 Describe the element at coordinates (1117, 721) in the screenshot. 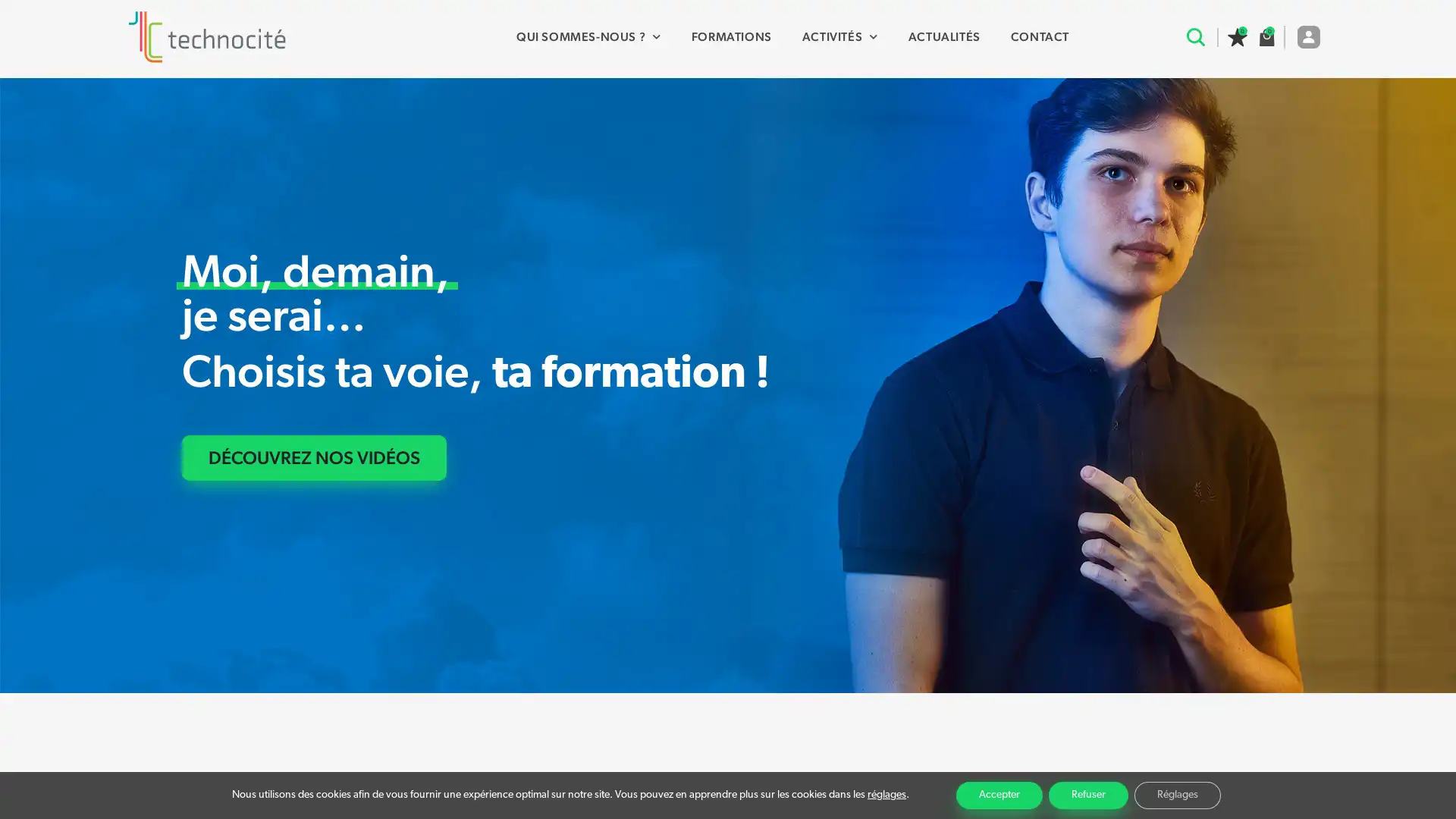

I see `Recherche avancee` at that location.